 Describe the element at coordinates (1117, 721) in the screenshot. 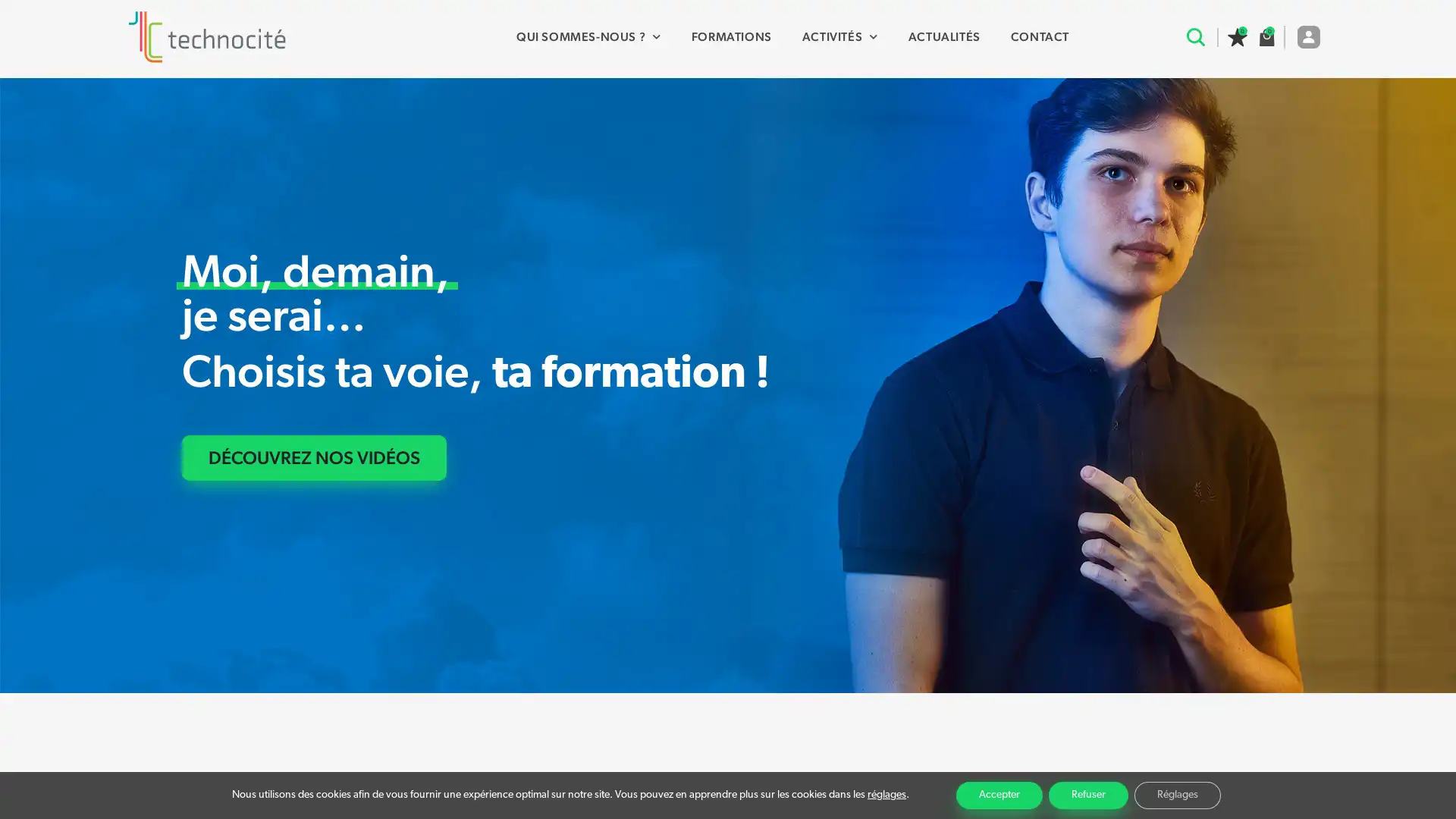

I see `Recherche avancee` at that location.